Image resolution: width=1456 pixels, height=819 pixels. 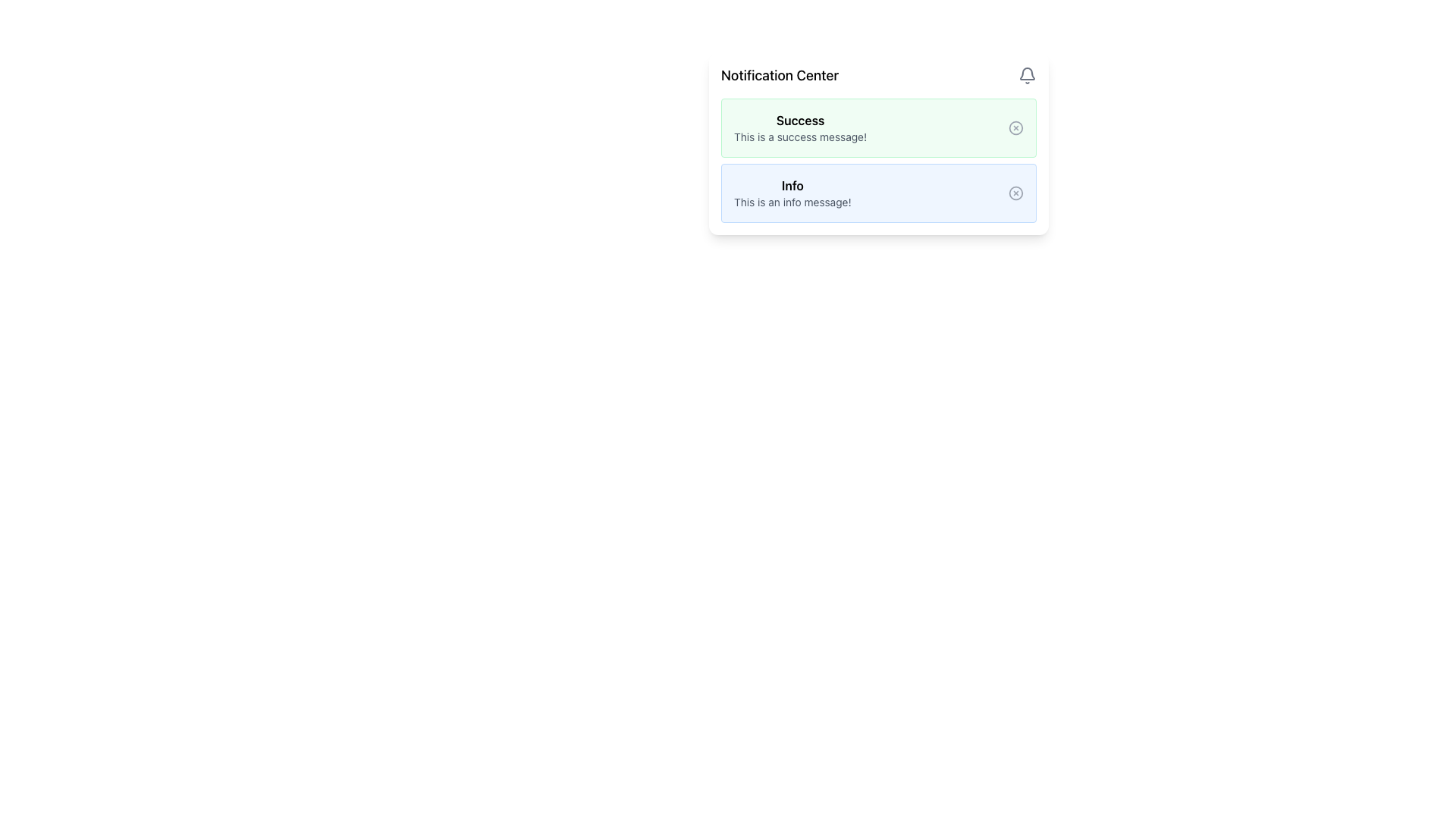 What do you see at coordinates (1015, 192) in the screenshot?
I see `the interactive button located to the right of the text content inside the 'Info' notification box` at bounding box center [1015, 192].